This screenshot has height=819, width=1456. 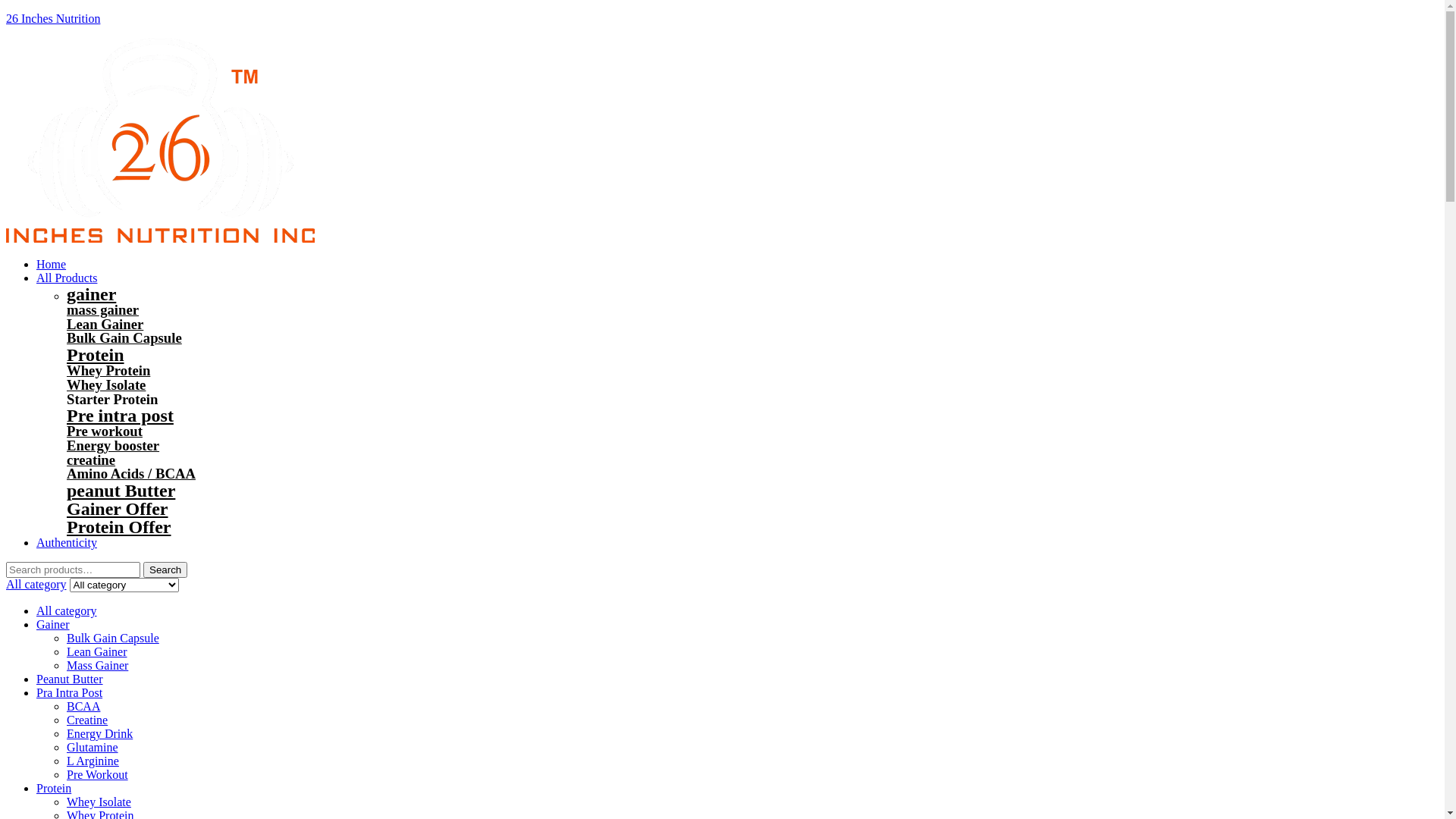 I want to click on 'Whey Protein', so click(x=108, y=370).